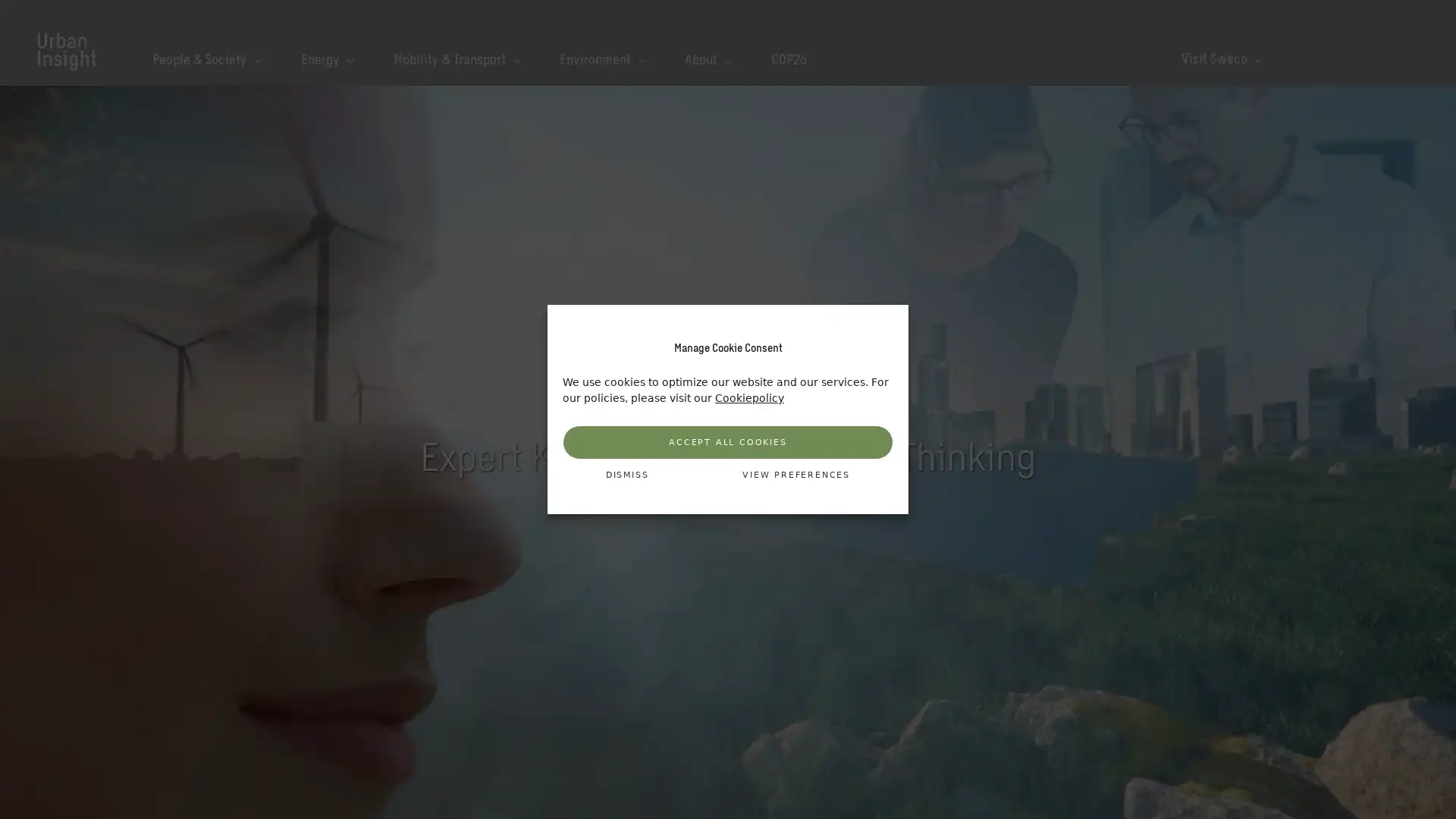 This screenshot has height=819, width=1456. What do you see at coordinates (795, 475) in the screenshot?
I see `VIEW PREFERENCES` at bounding box center [795, 475].